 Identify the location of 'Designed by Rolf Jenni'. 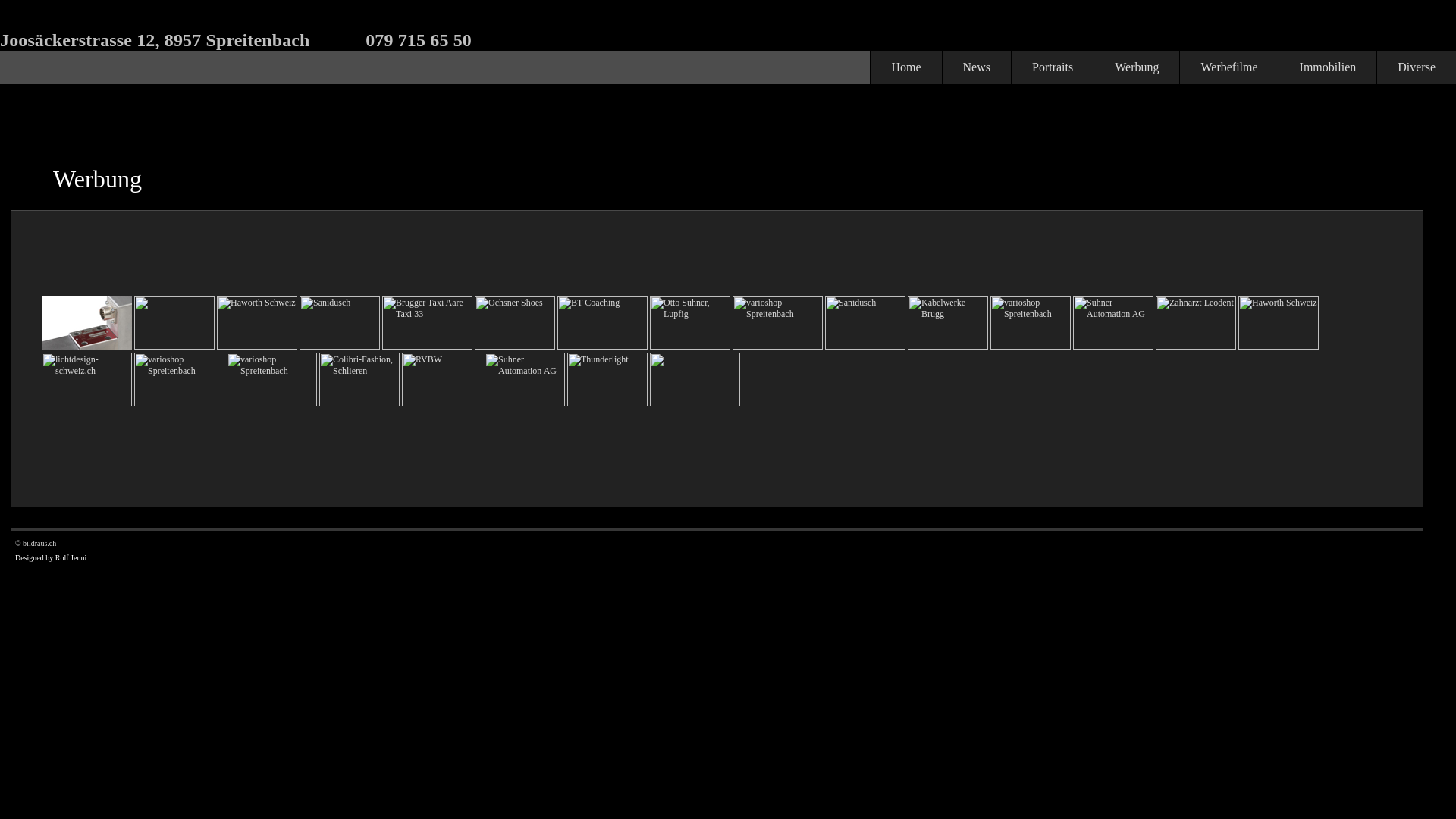
(51, 557).